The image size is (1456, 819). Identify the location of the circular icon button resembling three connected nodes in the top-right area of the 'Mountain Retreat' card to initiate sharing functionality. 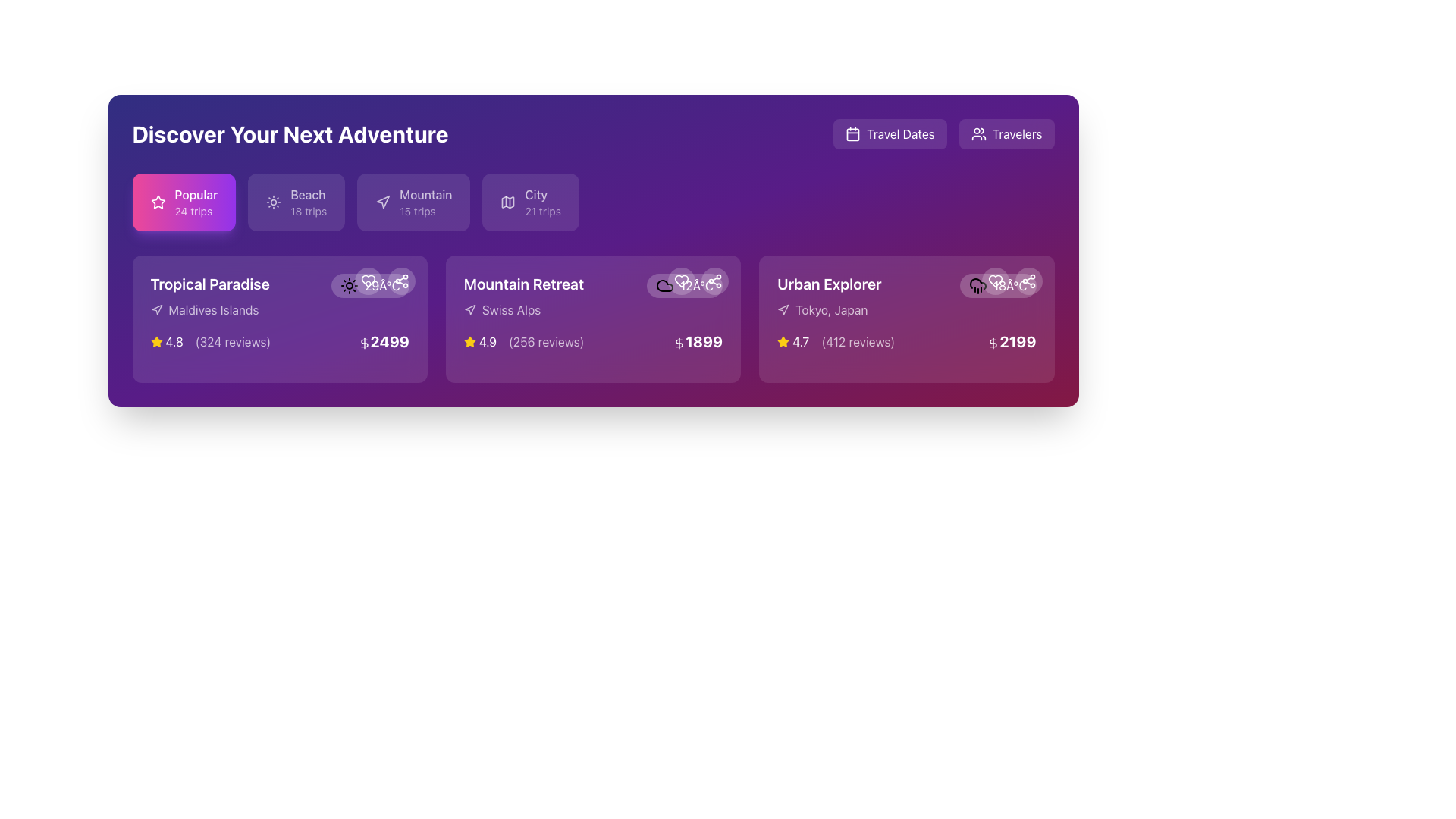
(714, 281).